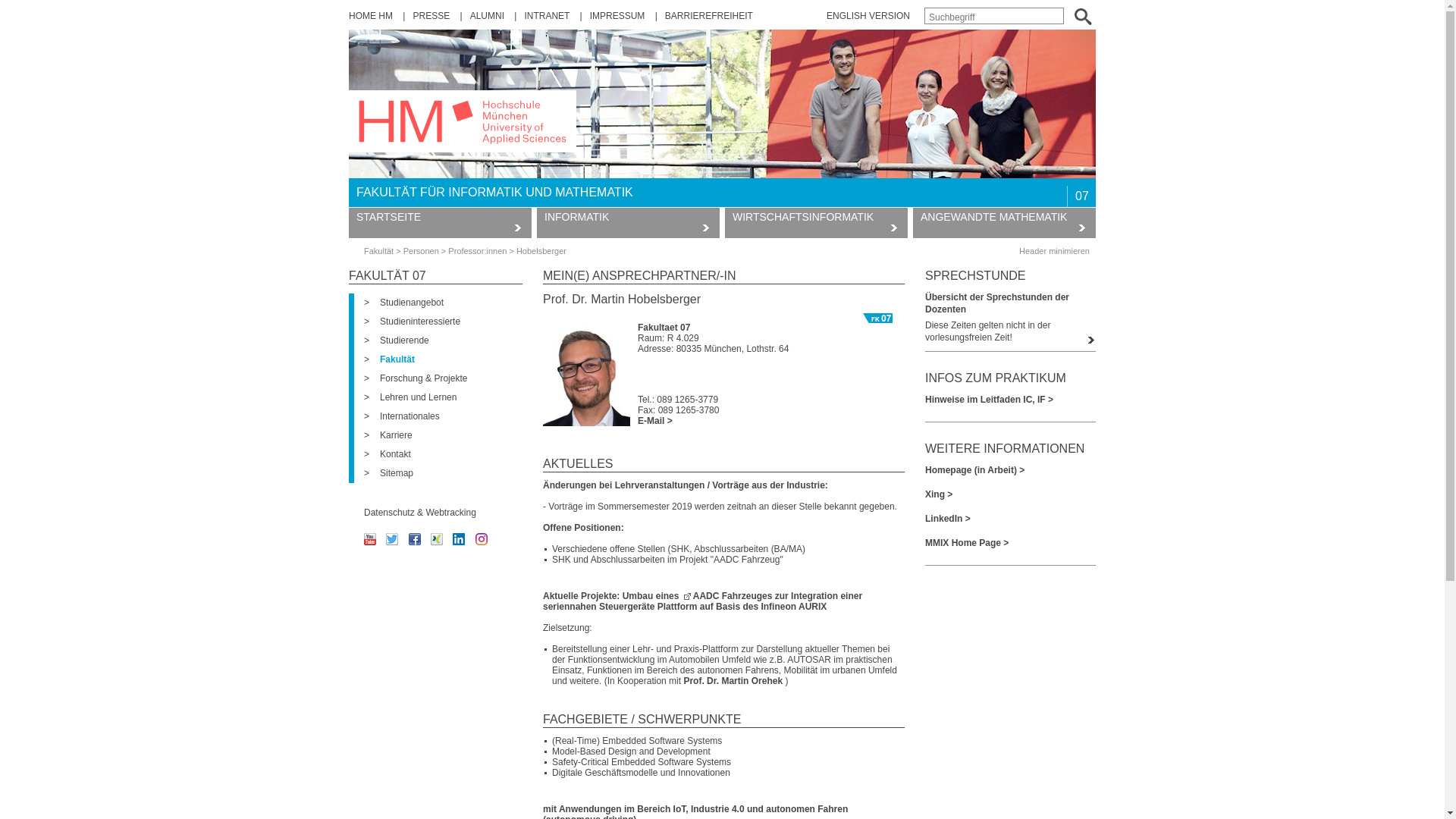  I want to click on 'Hinweise im Leitfaden IC, IF >', so click(1010, 399).